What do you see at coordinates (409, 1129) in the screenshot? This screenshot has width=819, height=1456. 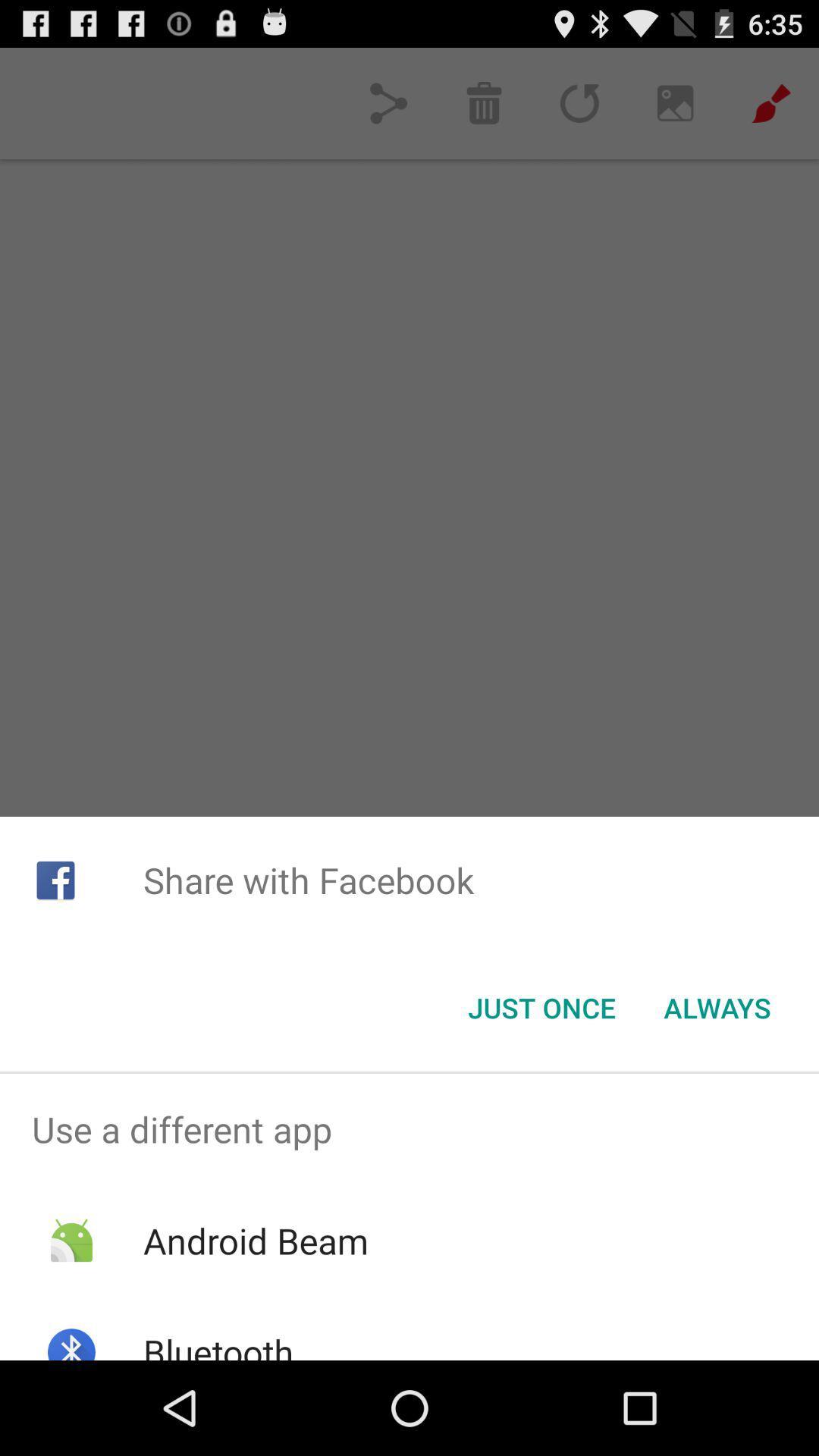 I see `use a different item` at bounding box center [409, 1129].